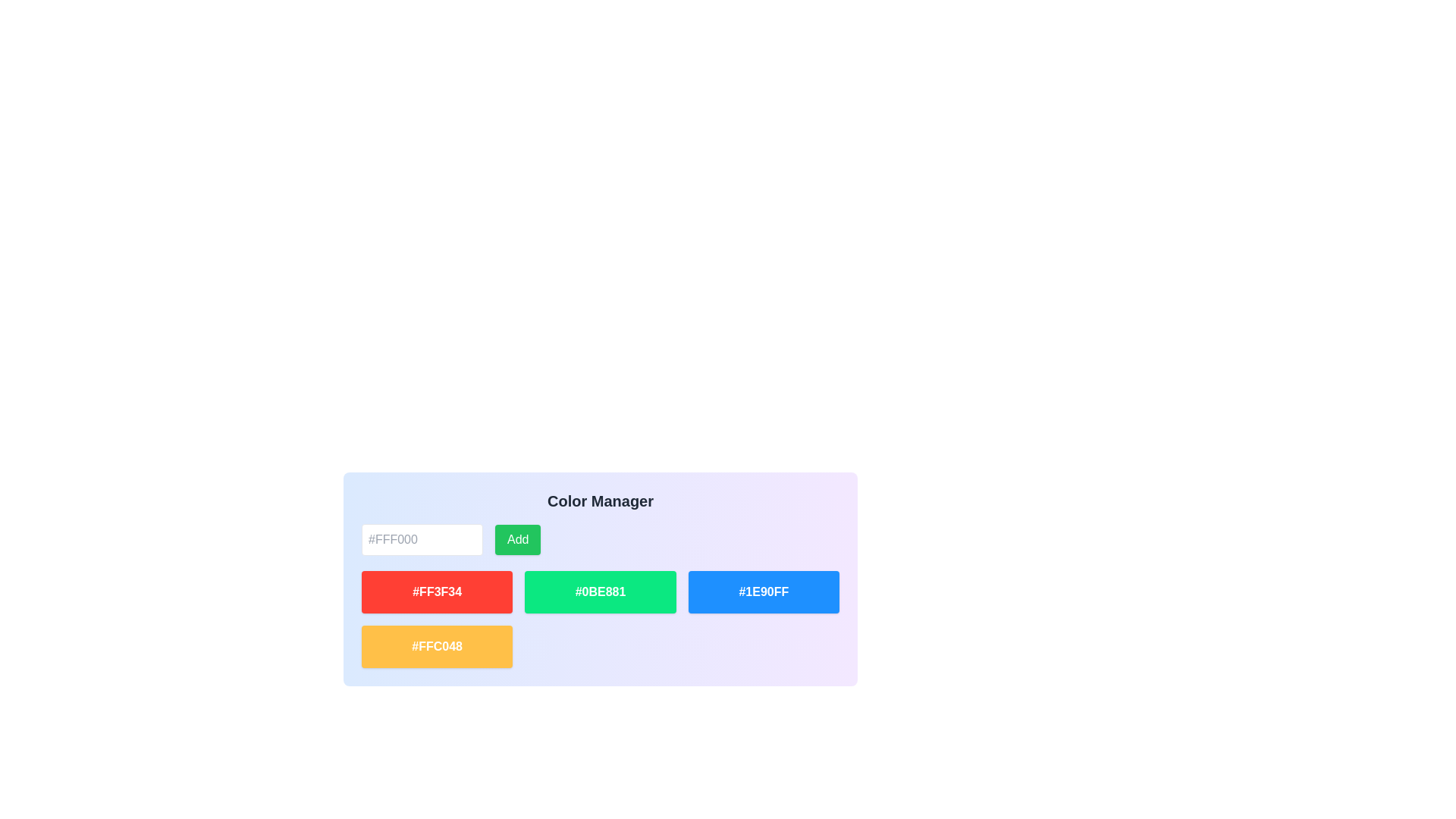  I want to click on the text label displaying the hexadecimal color code, which is located in the red rectangular area of the color list section, positioned first to the left of the green and blue blocks, so click(436, 591).